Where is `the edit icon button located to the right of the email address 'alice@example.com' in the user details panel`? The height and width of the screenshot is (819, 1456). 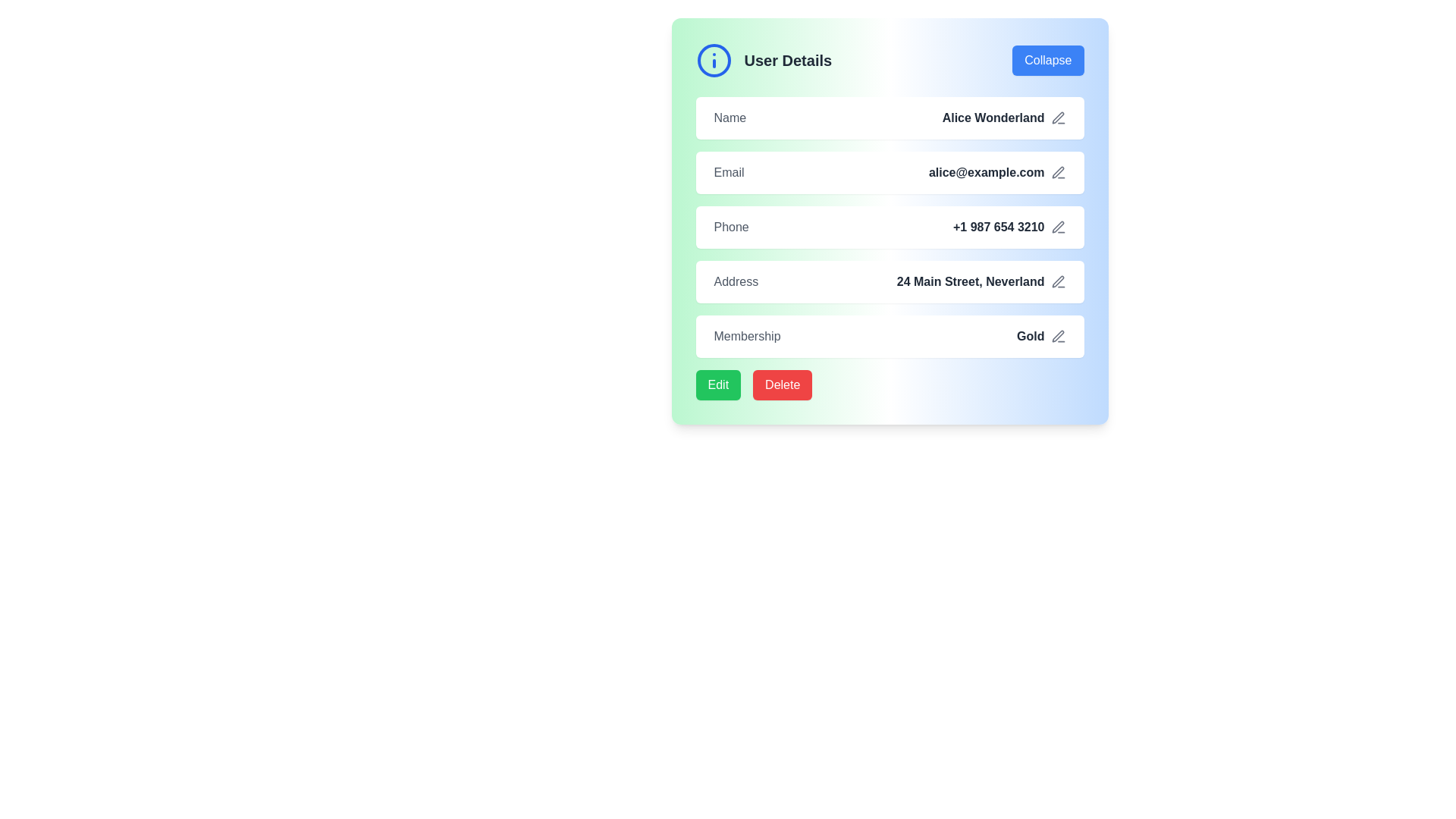 the edit icon button located to the right of the email address 'alice@example.com' in the user details panel is located at coordinates (1057, 171).